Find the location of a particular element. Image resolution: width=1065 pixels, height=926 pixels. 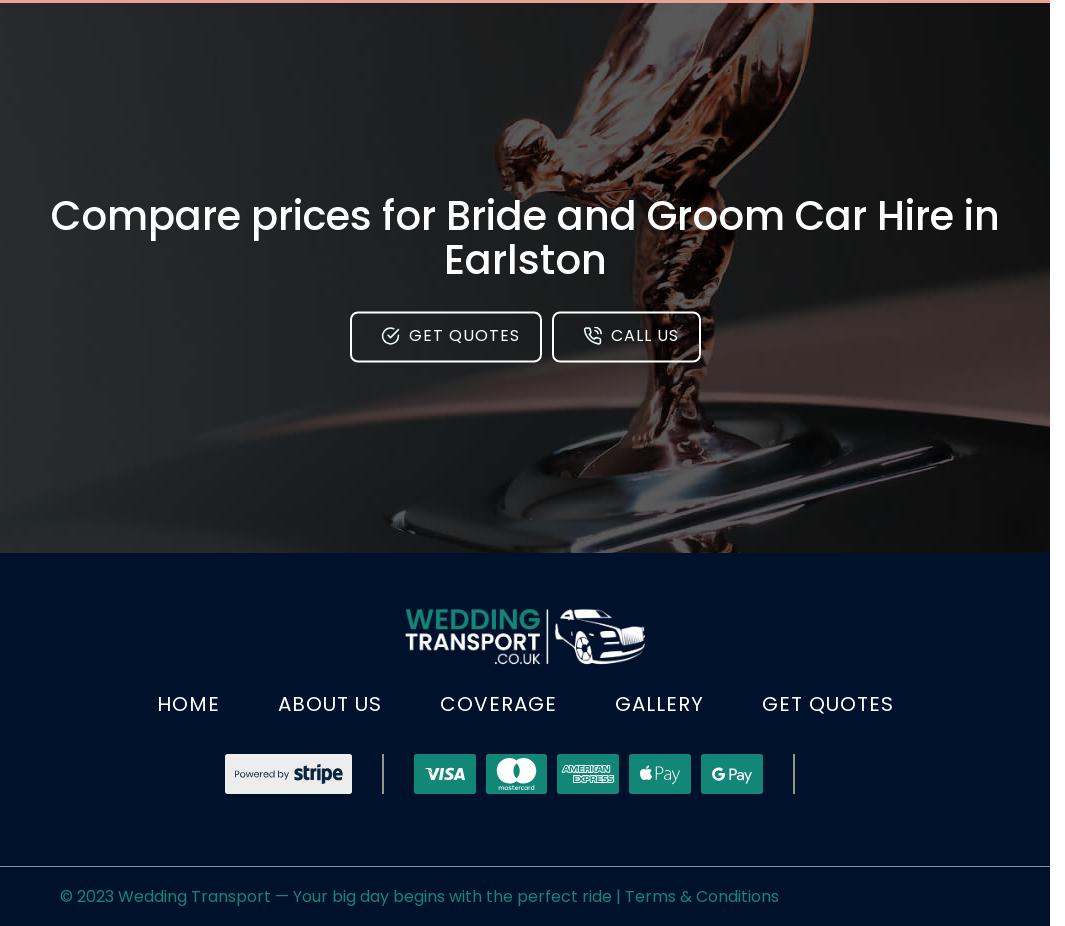

'Get Quotes' is located at coordinates (462, 334).